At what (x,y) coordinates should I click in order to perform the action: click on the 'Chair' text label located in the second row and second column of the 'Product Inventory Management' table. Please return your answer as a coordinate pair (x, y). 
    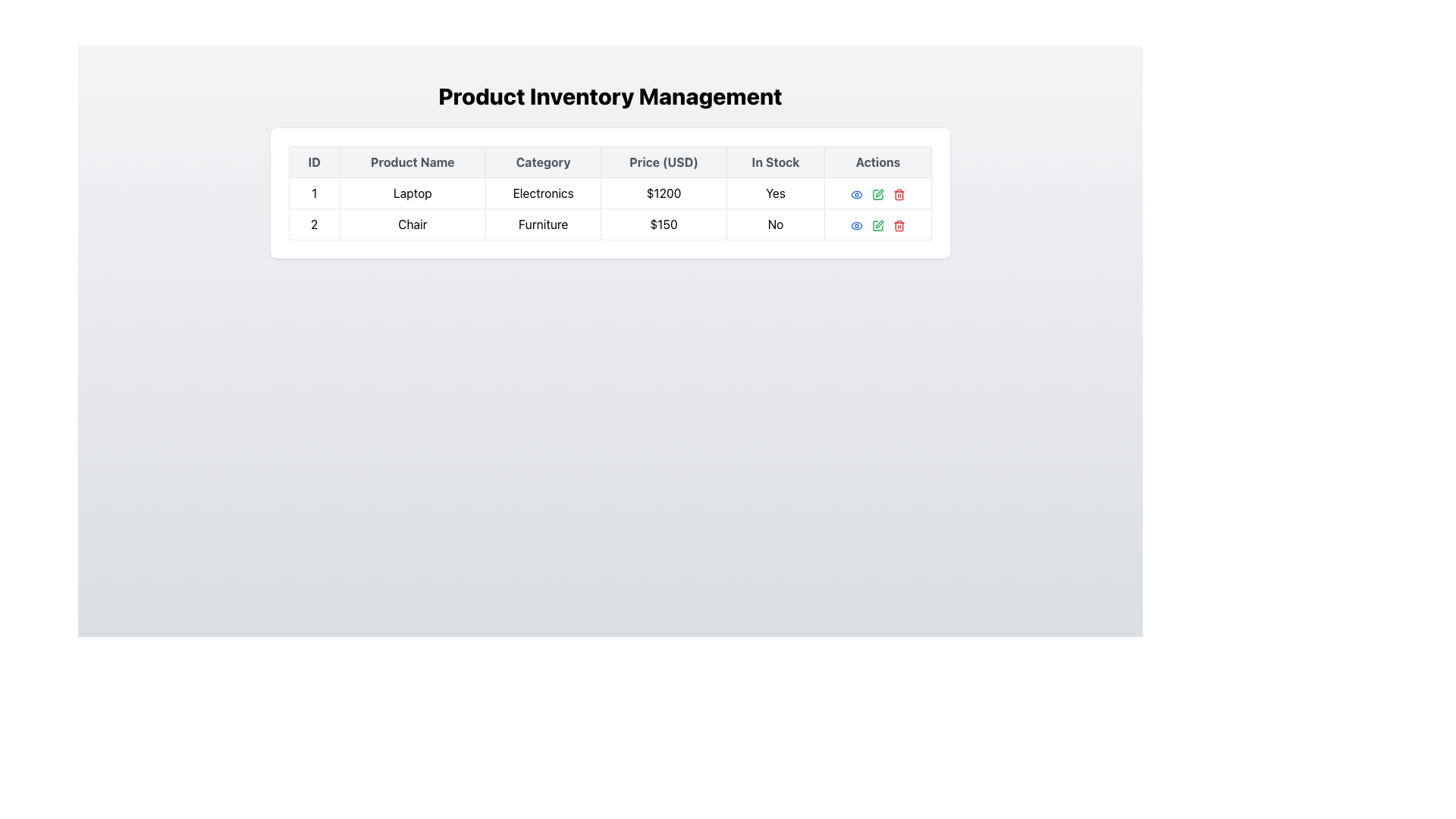
    Looking at the image, I should click on (413, 224).